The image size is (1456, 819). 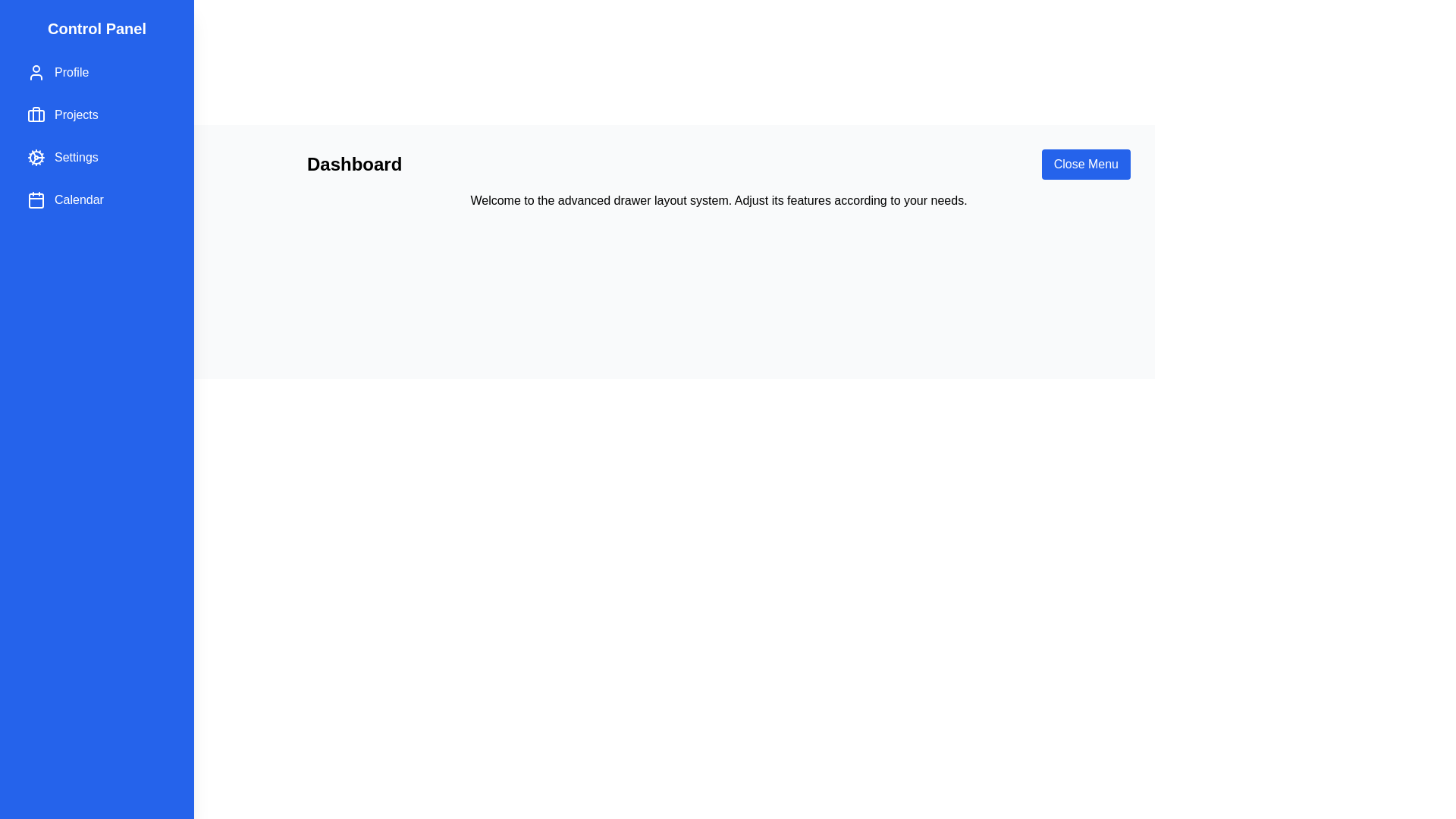 What do you see at coordinates (78, 199) in the screenshot?
I see `the 'Calendar' text label, which is the fourth item in the vertical menu on the left-hand side` at bounding box center [78, 199].